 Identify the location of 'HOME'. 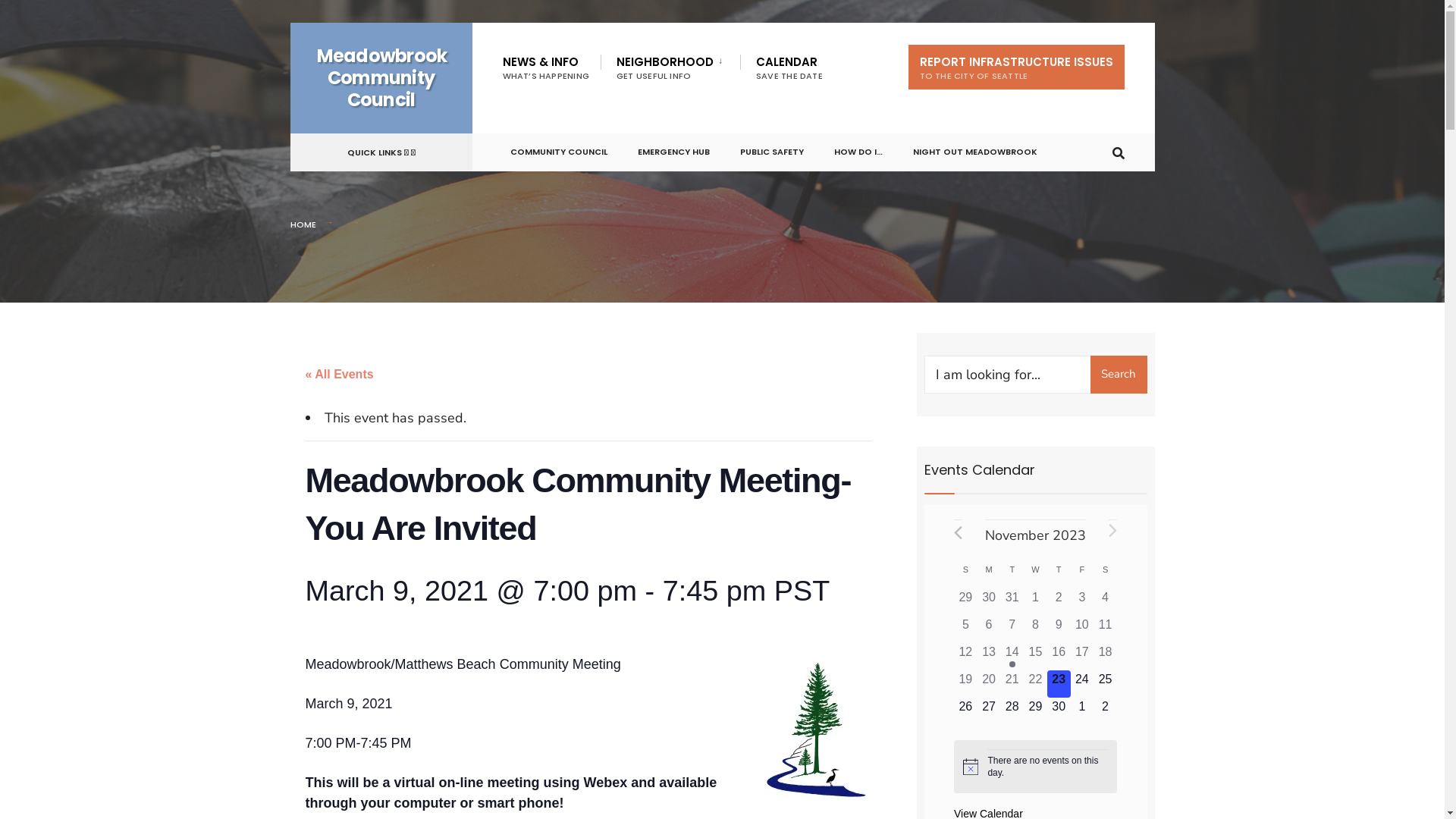
(302, 224).